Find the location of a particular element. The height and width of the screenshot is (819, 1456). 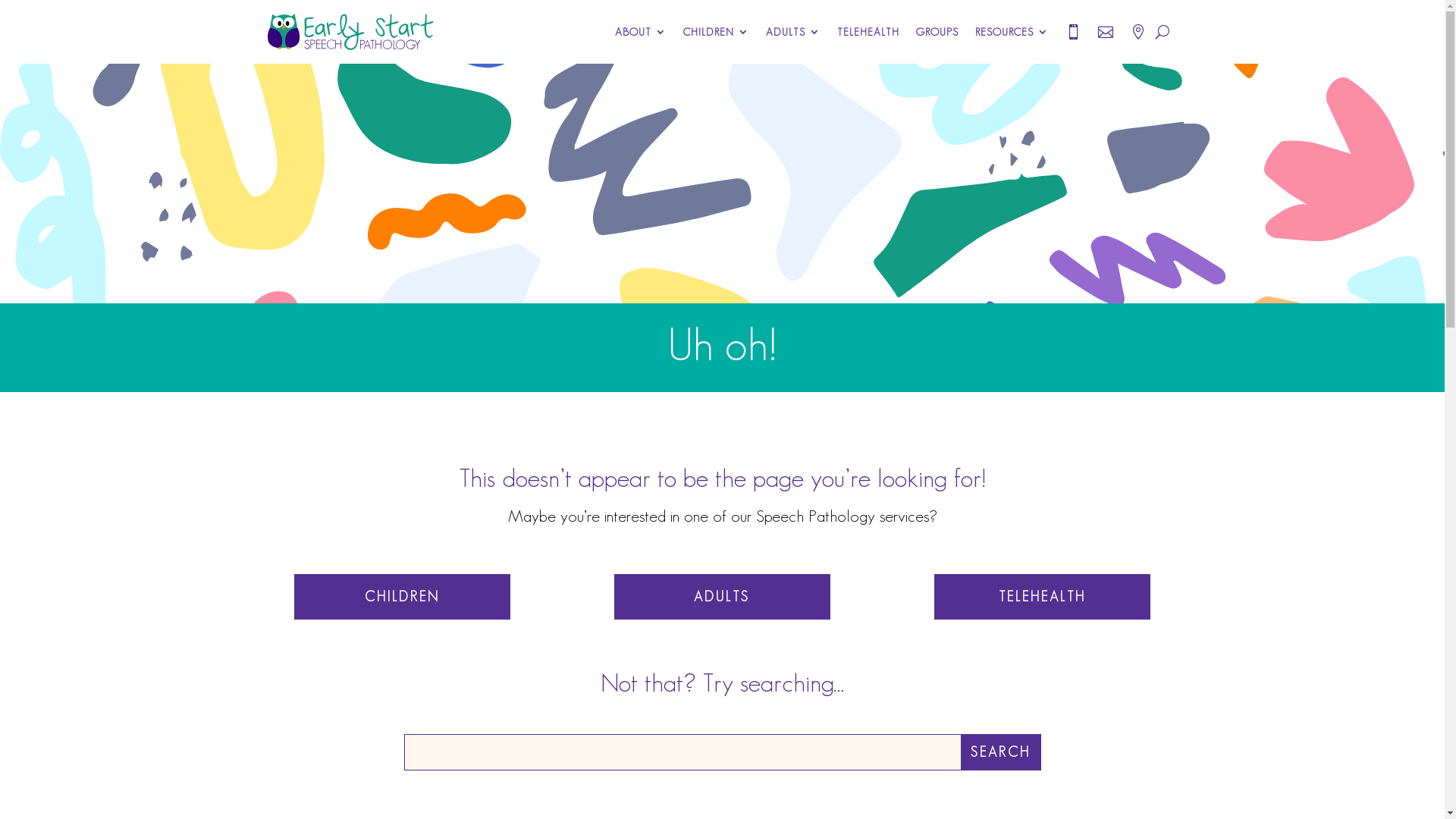

'TELEHEALTH' is located at coordinates (868, 32).